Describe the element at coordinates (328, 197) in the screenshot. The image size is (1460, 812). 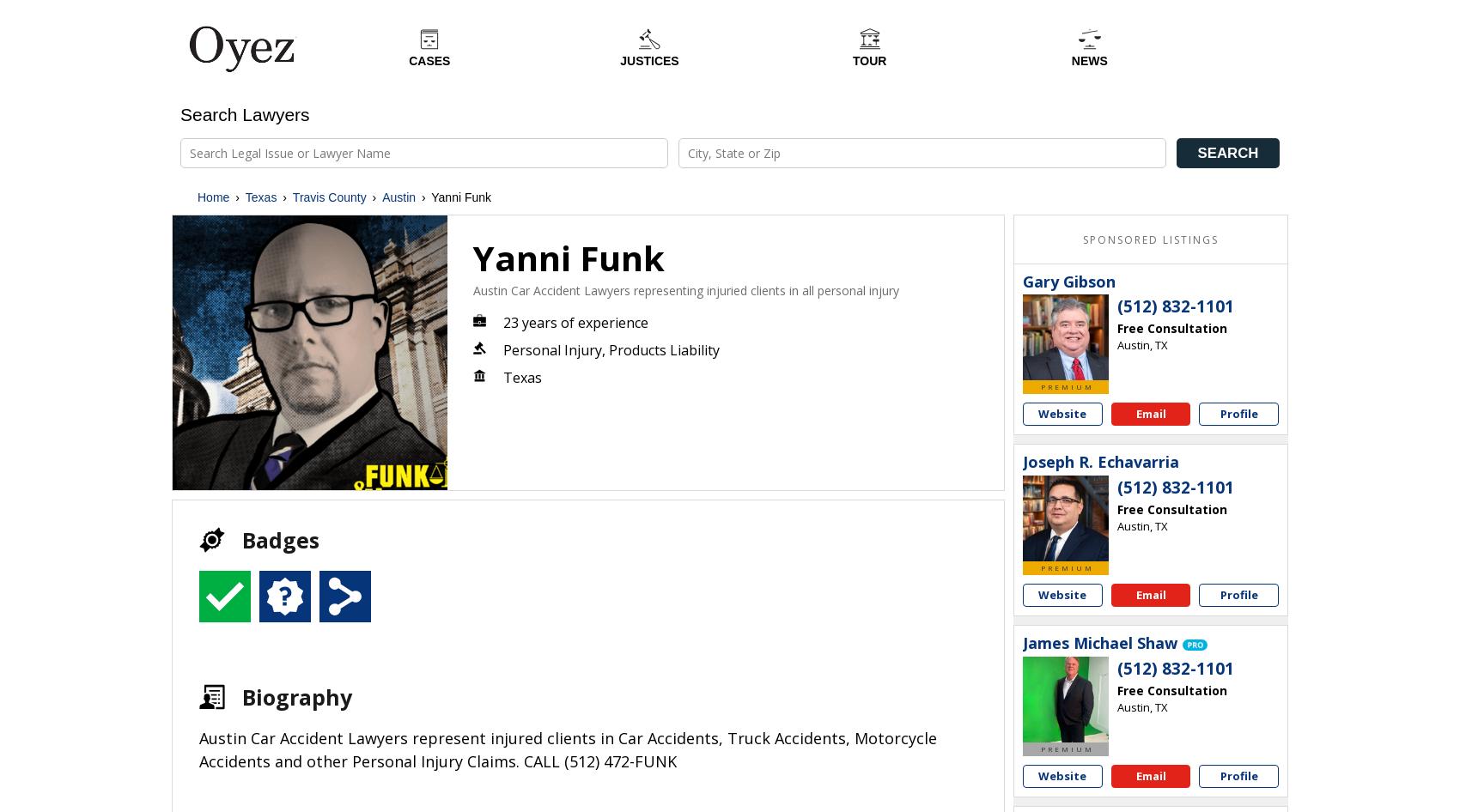
I see `'Travis County'` at that location.